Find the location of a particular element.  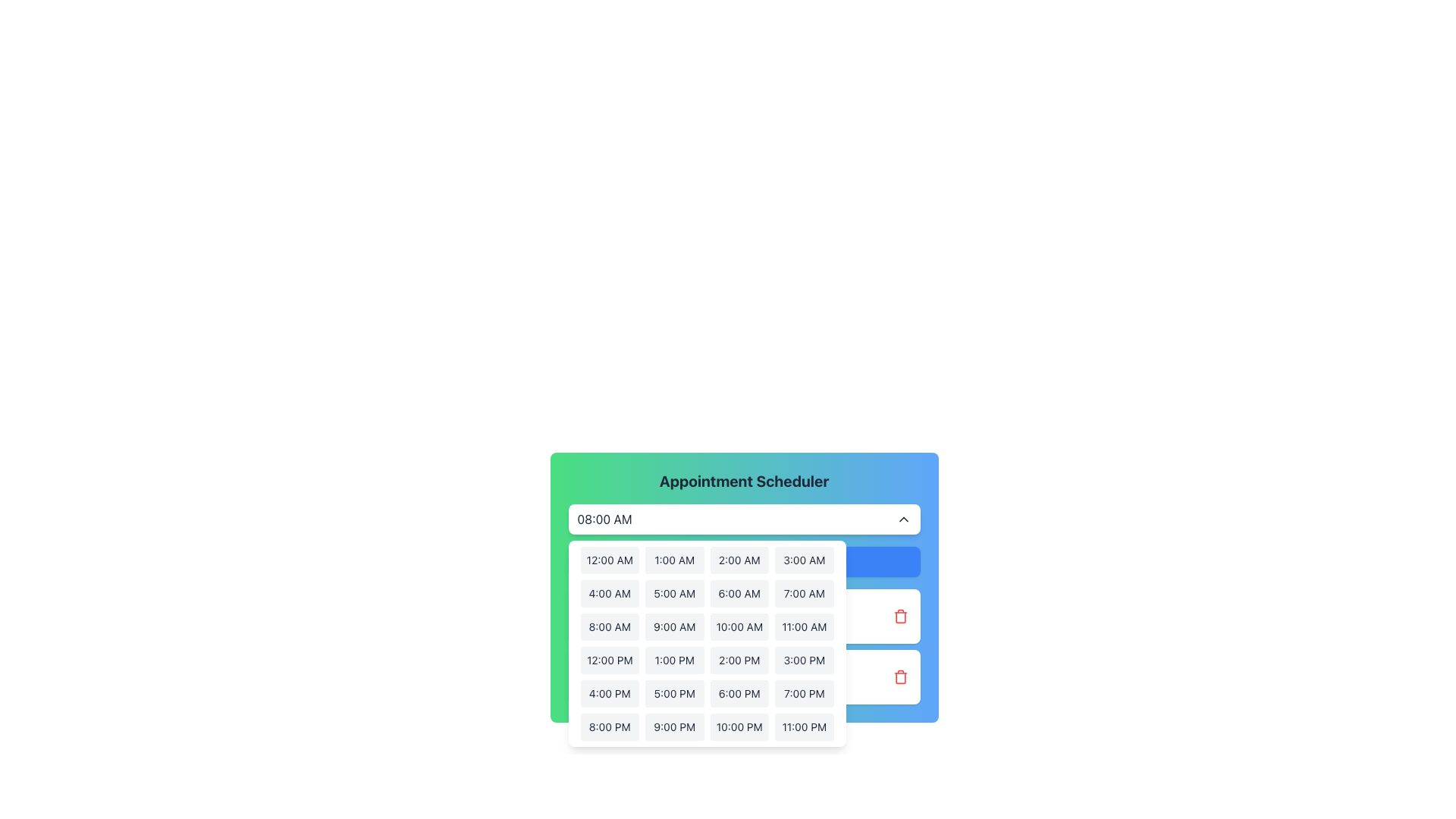

the dropdown menu for selecting a time in the Appointment Scheduler is located at coordinates (744, 519).